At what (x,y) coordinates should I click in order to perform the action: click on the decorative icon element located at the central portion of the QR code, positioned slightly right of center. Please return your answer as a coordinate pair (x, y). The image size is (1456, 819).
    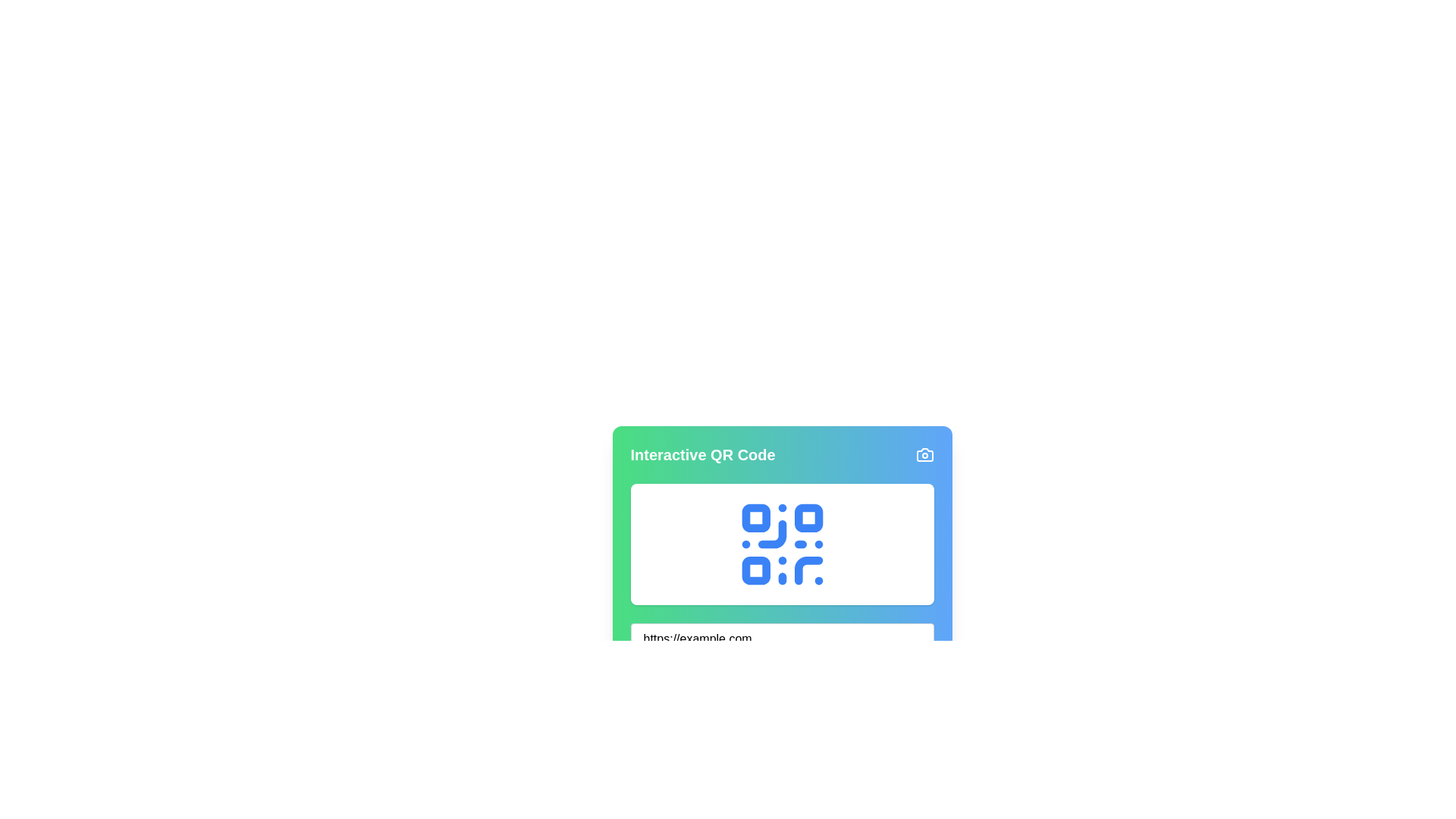
    Looking at the image, I should click on (772, 533).